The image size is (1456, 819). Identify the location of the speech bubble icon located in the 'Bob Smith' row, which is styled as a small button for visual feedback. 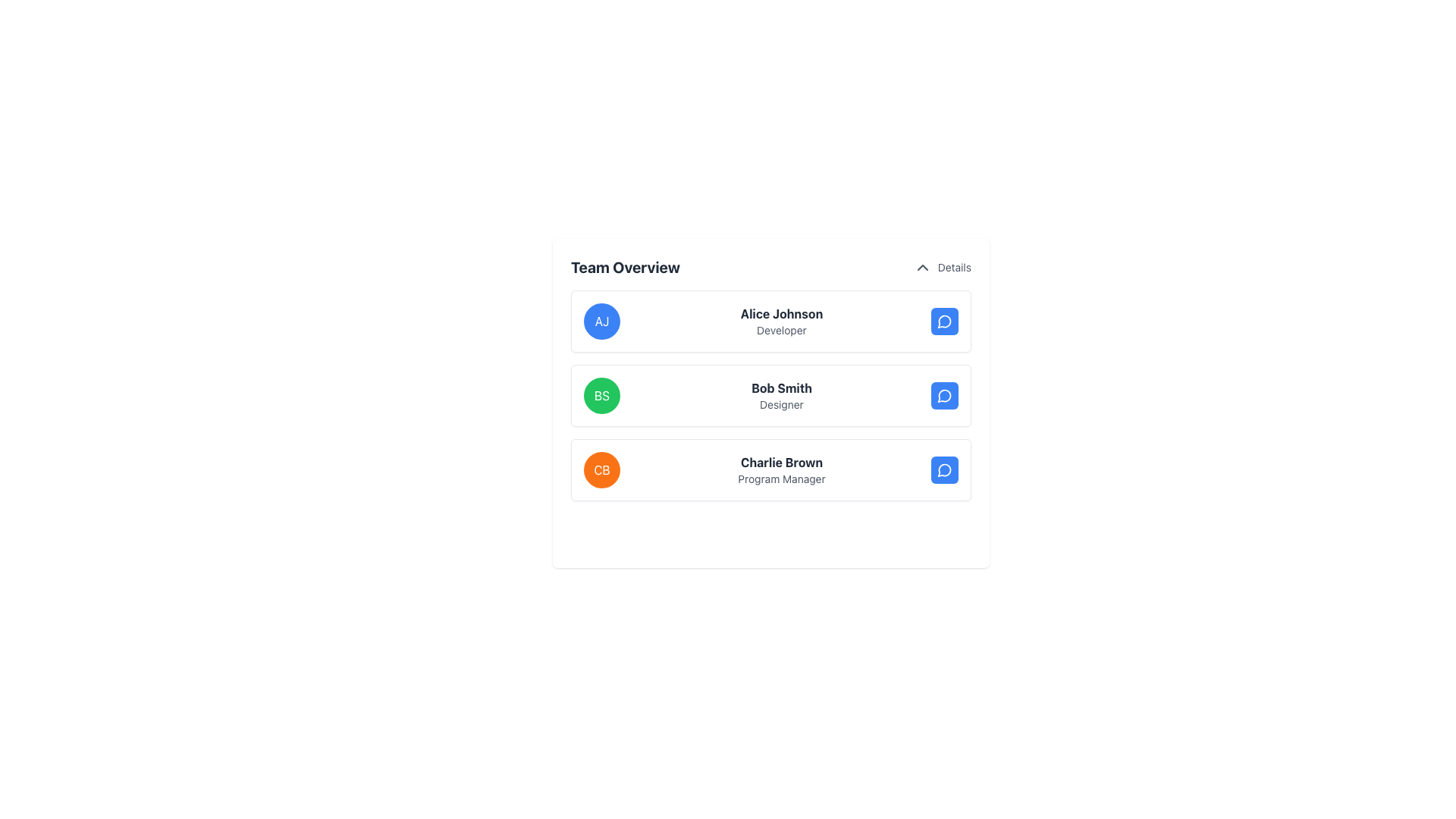
(943, 395).